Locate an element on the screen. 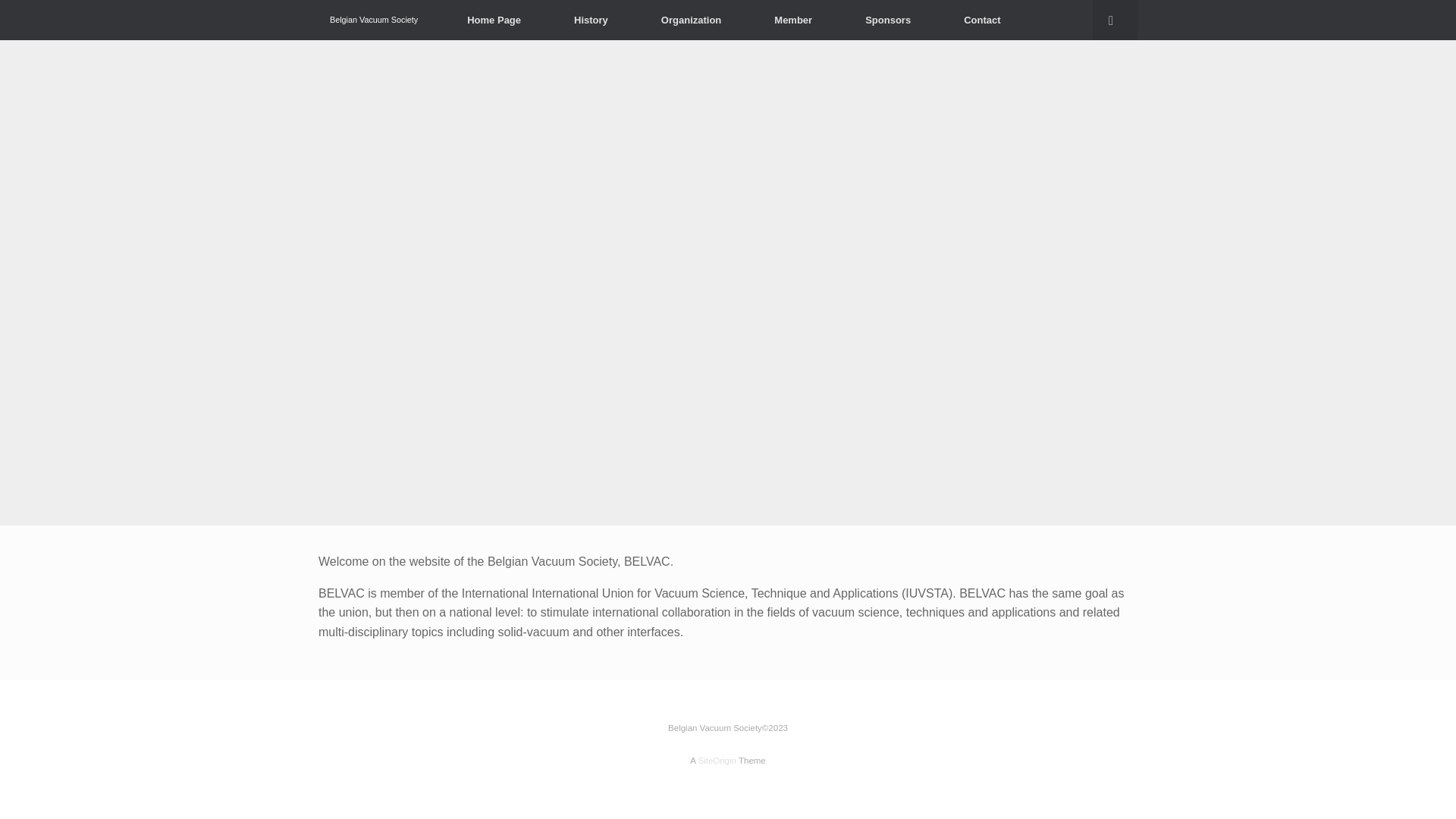  'Belgian Vacuum Society' is located at coordinates (374, 20).